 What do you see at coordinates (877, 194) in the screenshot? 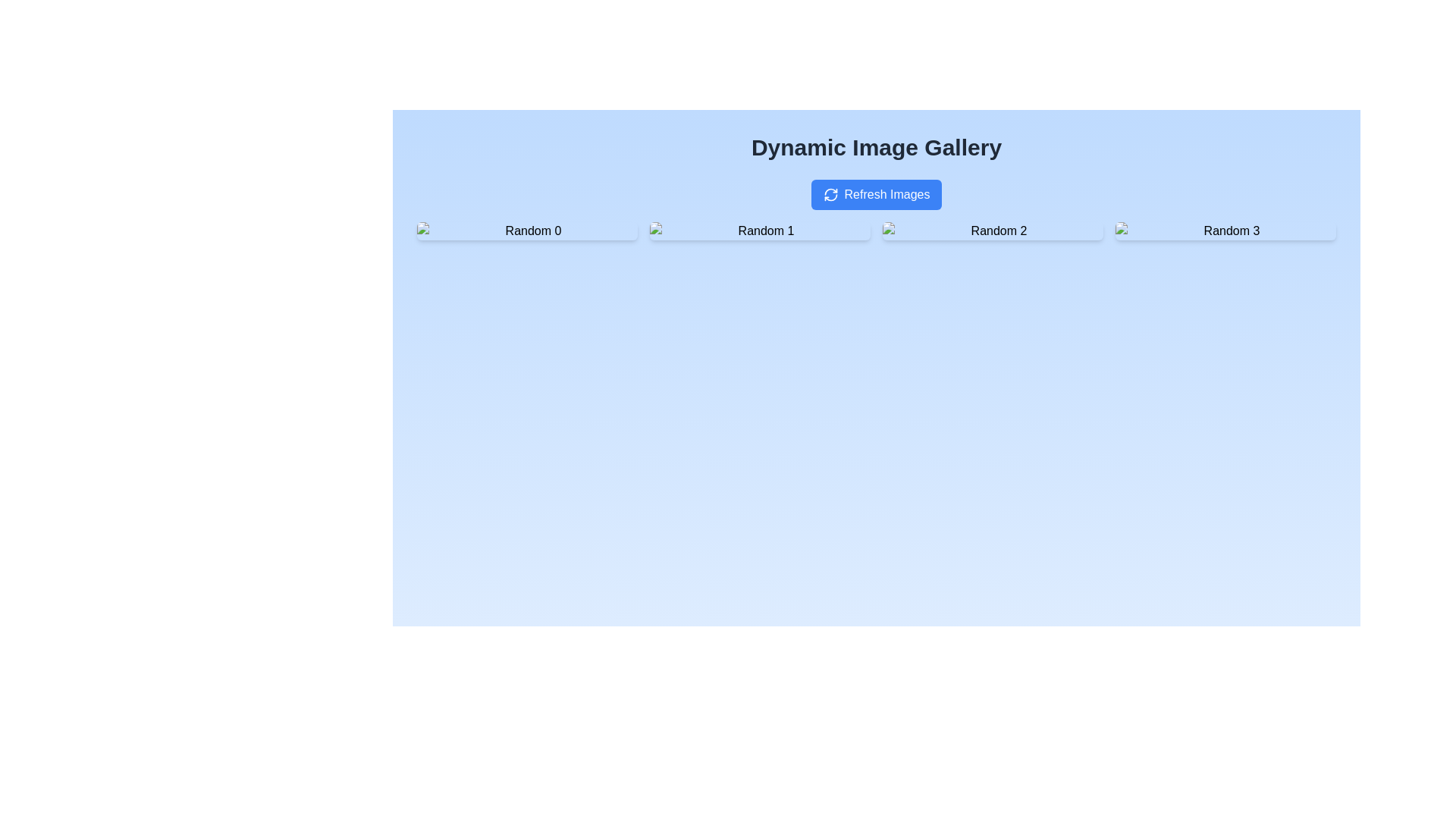
I see `the button with a blue background that refreshes the displayed images in the gallery` at bounding box center [877, 194].